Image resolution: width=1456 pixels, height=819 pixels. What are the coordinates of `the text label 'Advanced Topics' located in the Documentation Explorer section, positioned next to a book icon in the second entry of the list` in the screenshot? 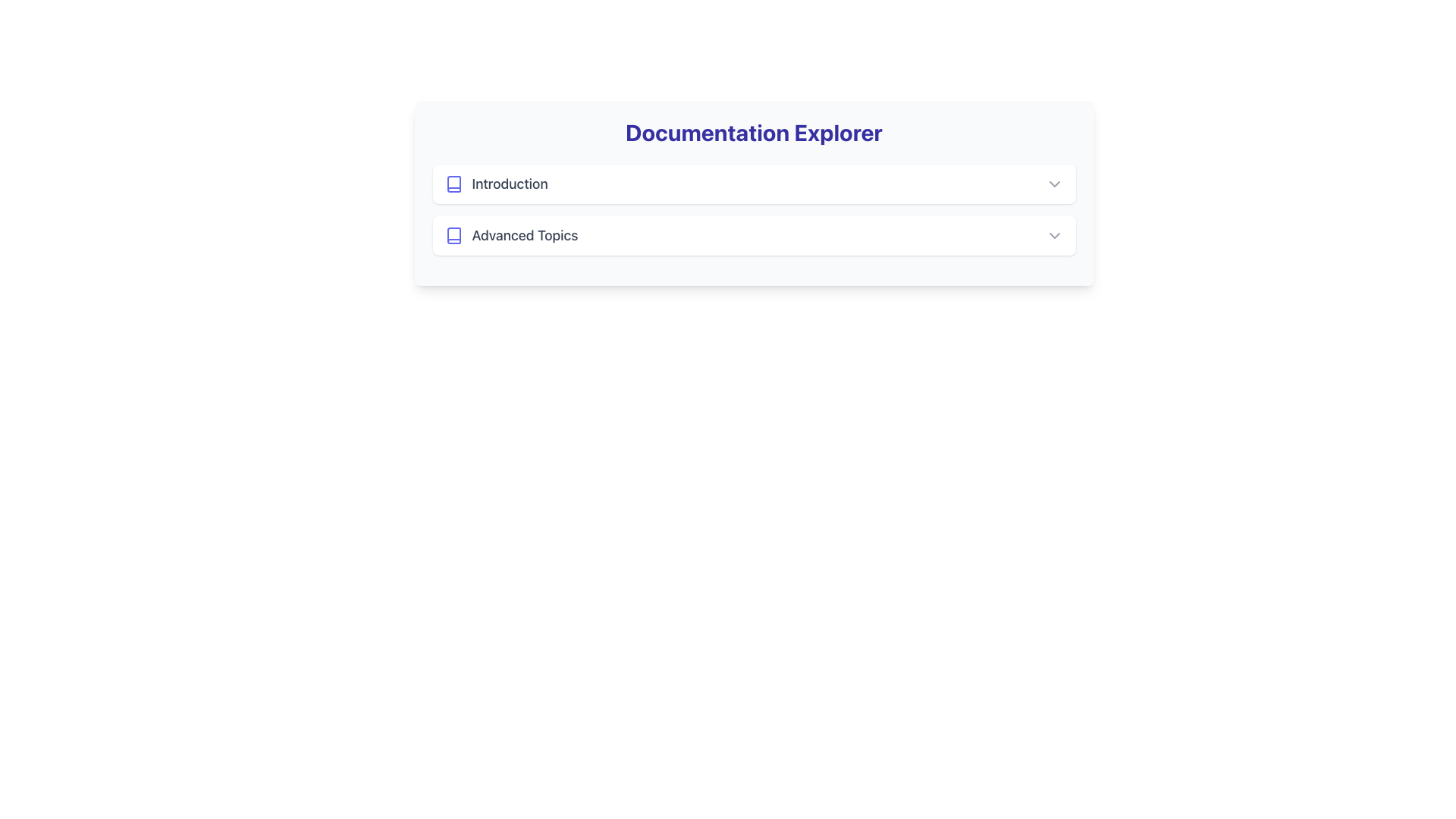 It's located at (511, 236).